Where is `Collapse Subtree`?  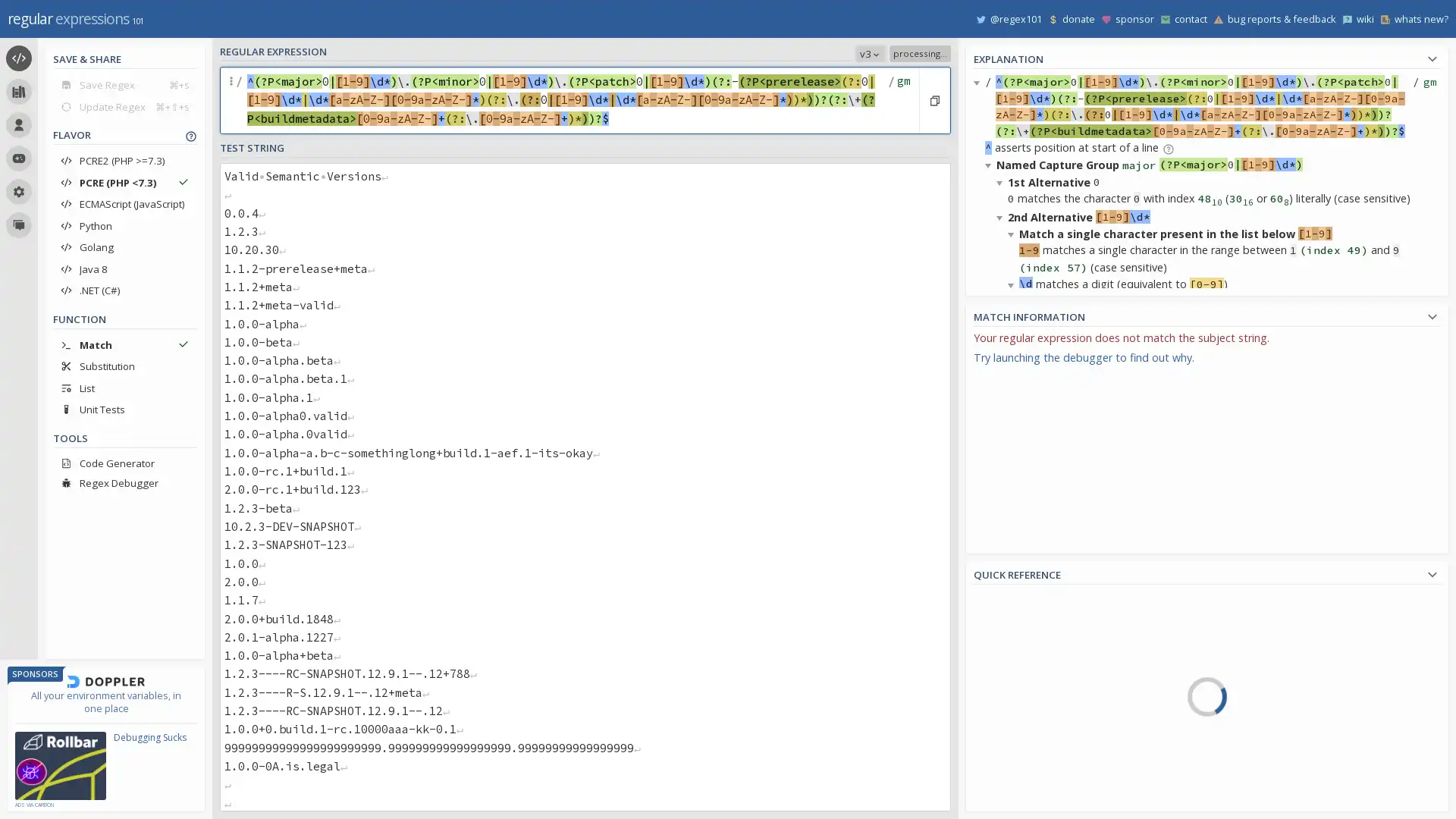 Collapse Subtree is located at coordinates (1002, 216).